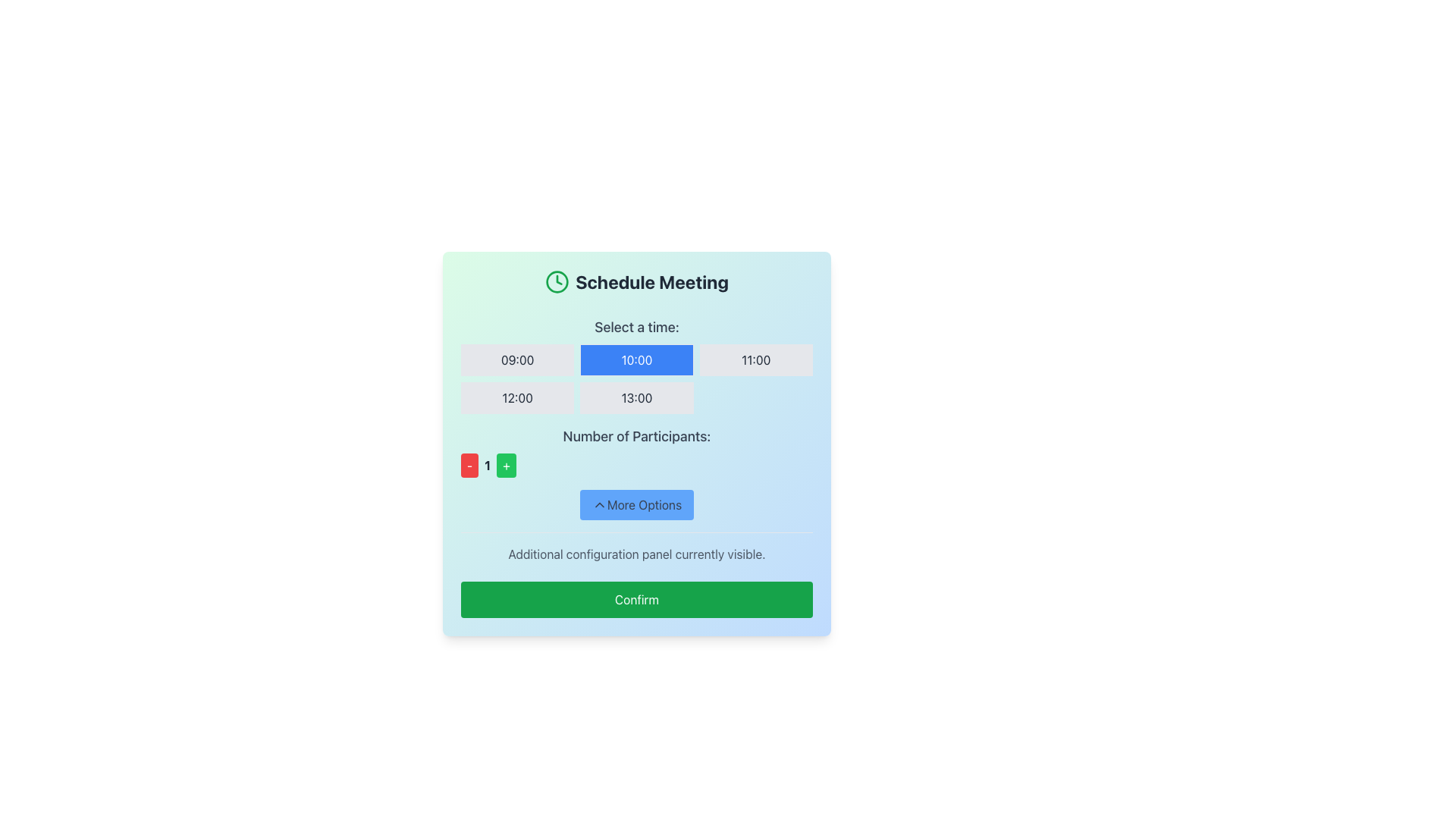  What do you see at coordinates (517, 397) in the screenshot?
I see `the interactive button for selecting the time '12:00'` at bounding box center [517, 397].